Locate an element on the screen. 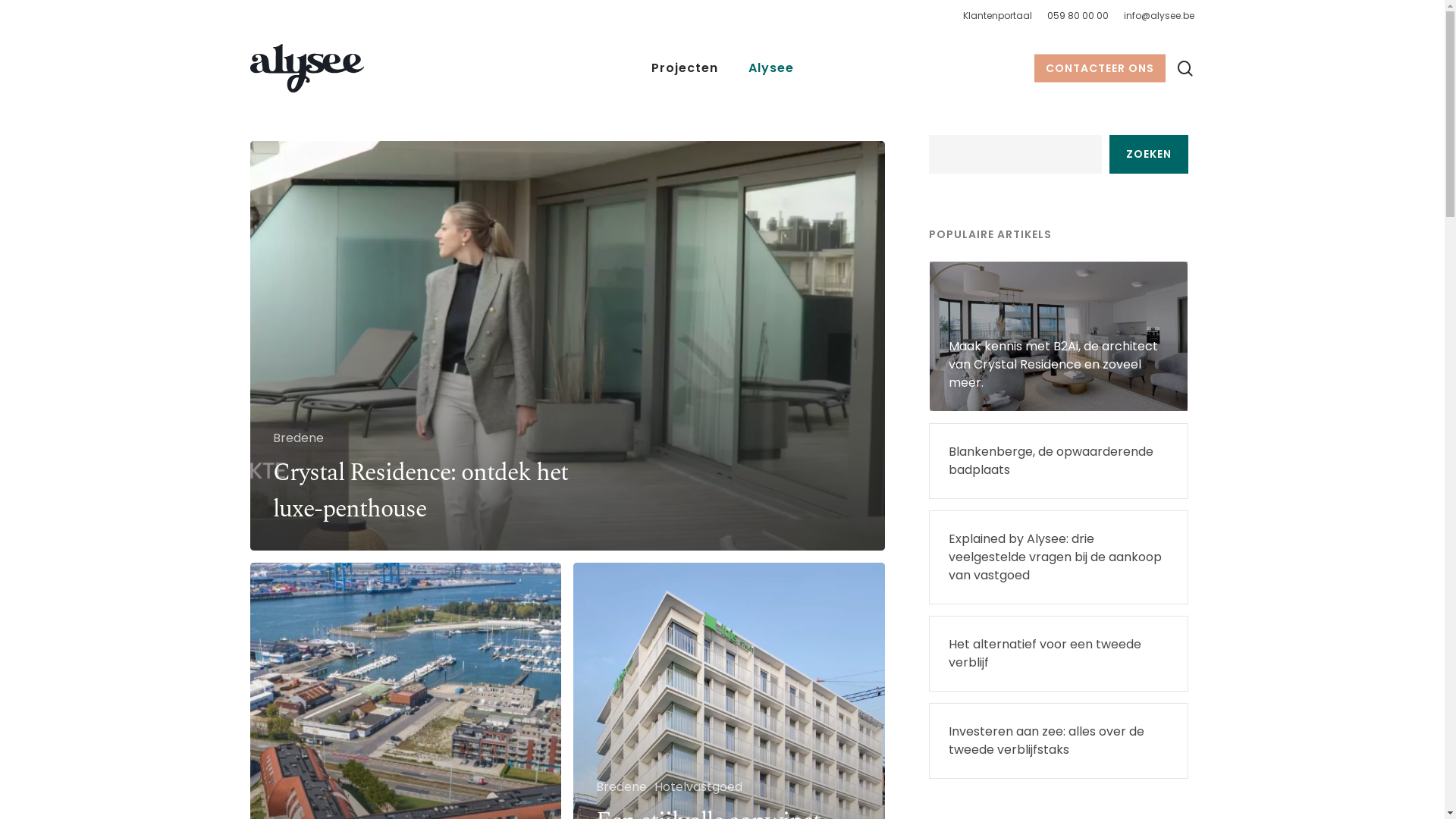  'Projecten' is located at coordinates (683, 67).